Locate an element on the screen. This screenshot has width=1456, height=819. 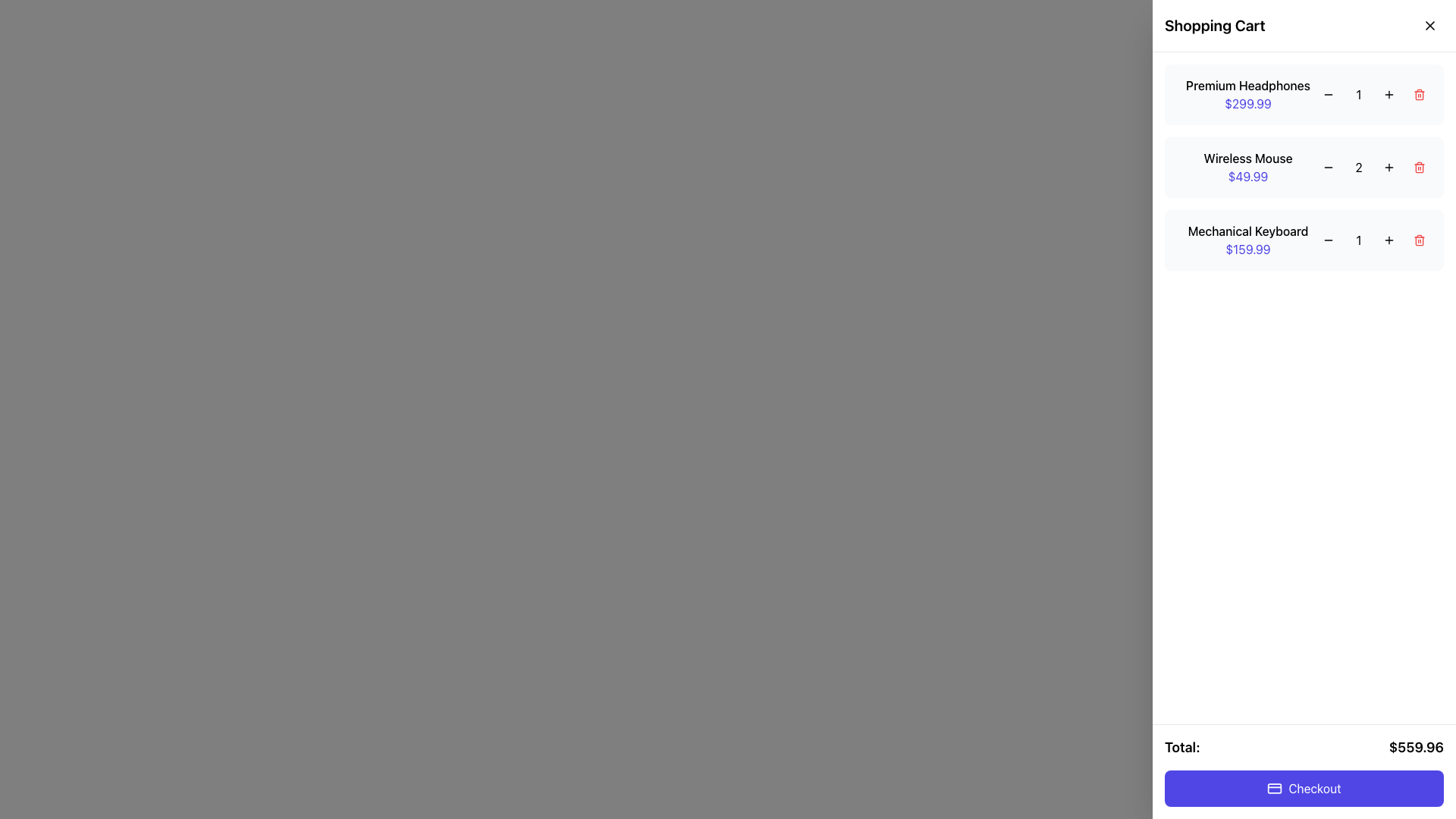
the trash can icon located on the far-right side of the shopping cart item entry for 'Wireless Mouse' is located at coordinates (1419, 167).